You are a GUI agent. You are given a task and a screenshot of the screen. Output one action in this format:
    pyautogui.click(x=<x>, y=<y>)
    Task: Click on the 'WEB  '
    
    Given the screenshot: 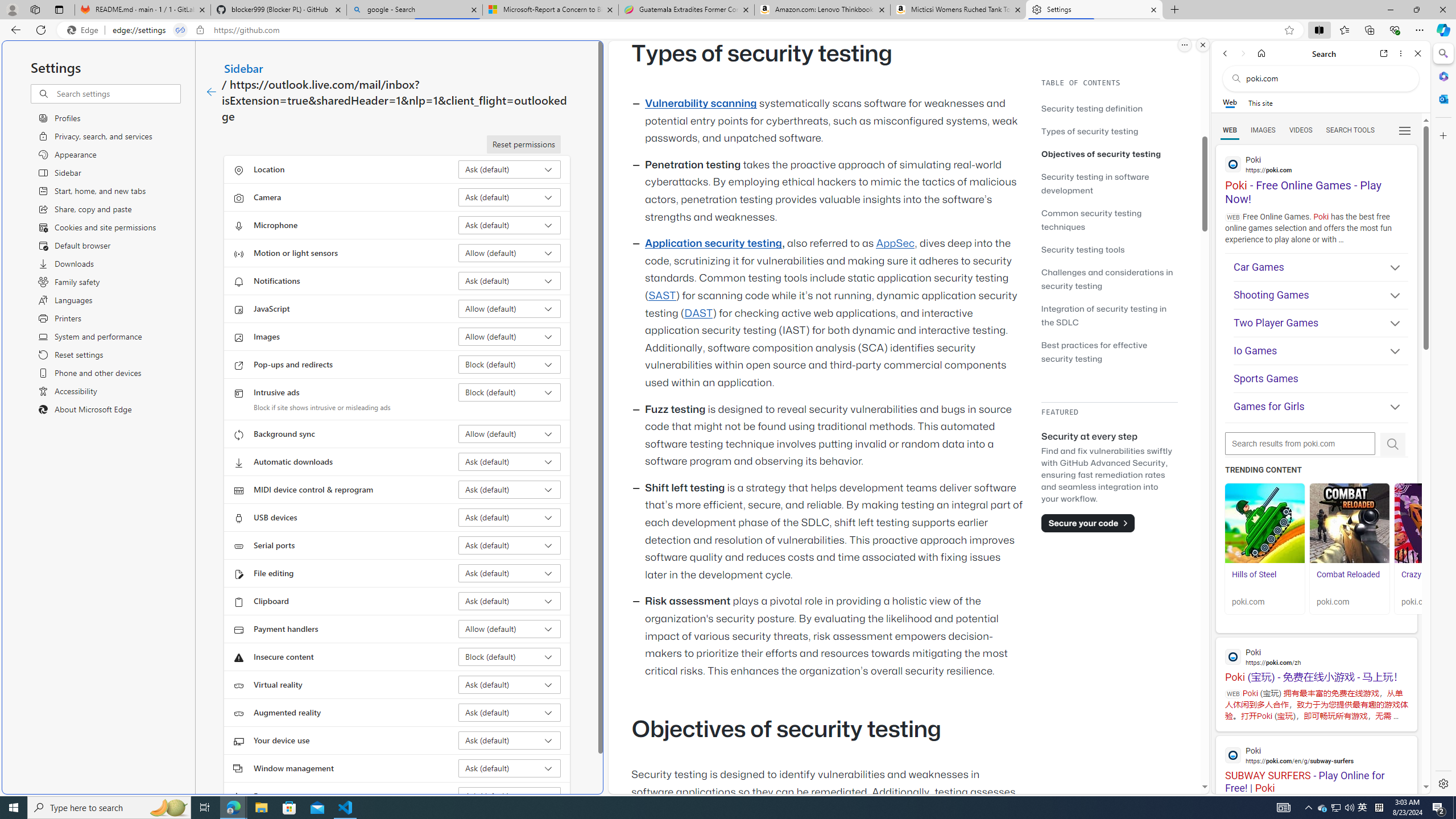 What is the action you would take?
    pyautogui.click(x=1230, y=130)
    